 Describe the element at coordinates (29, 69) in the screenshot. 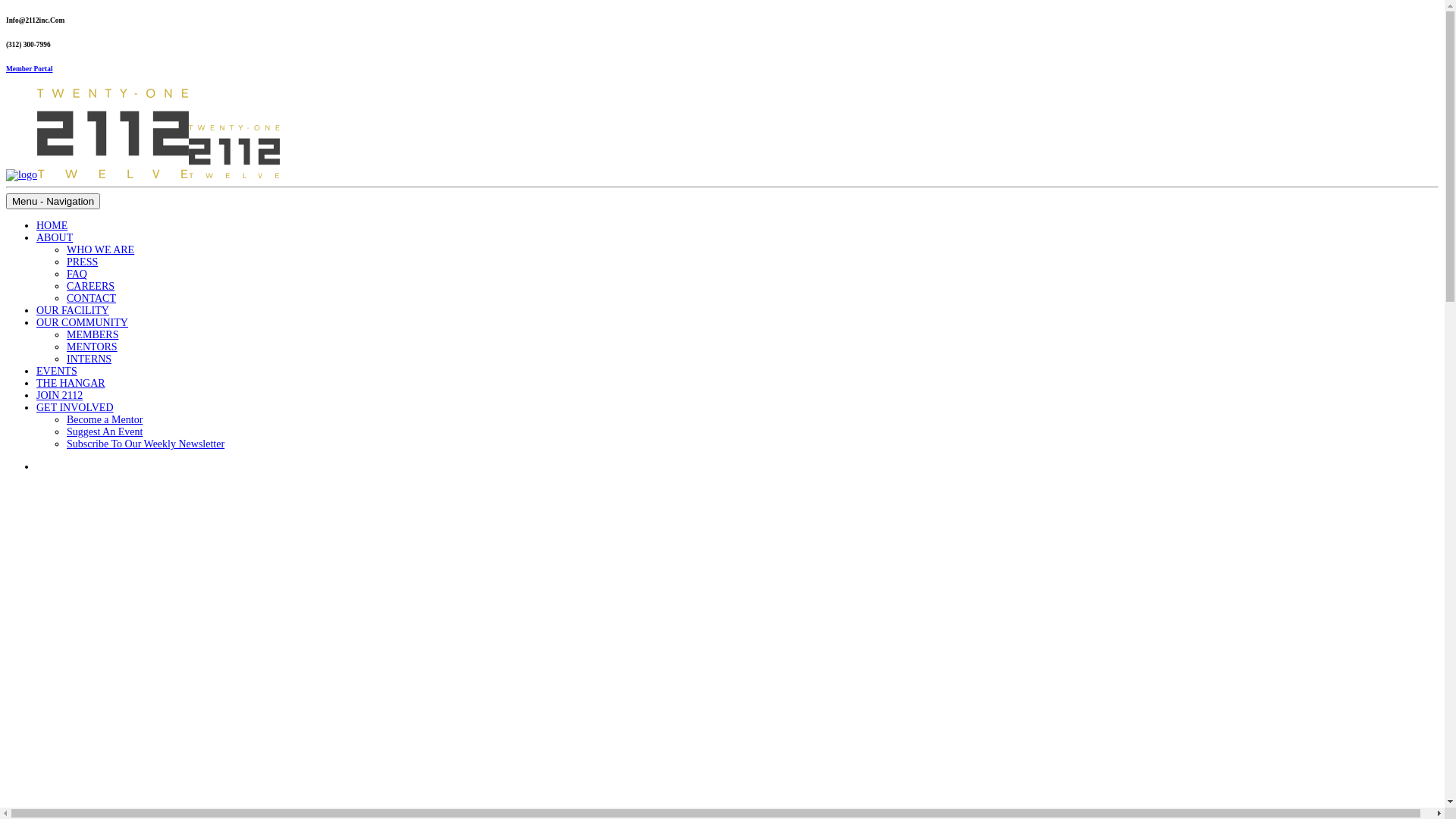

I see `'Member Portal'` at that location.